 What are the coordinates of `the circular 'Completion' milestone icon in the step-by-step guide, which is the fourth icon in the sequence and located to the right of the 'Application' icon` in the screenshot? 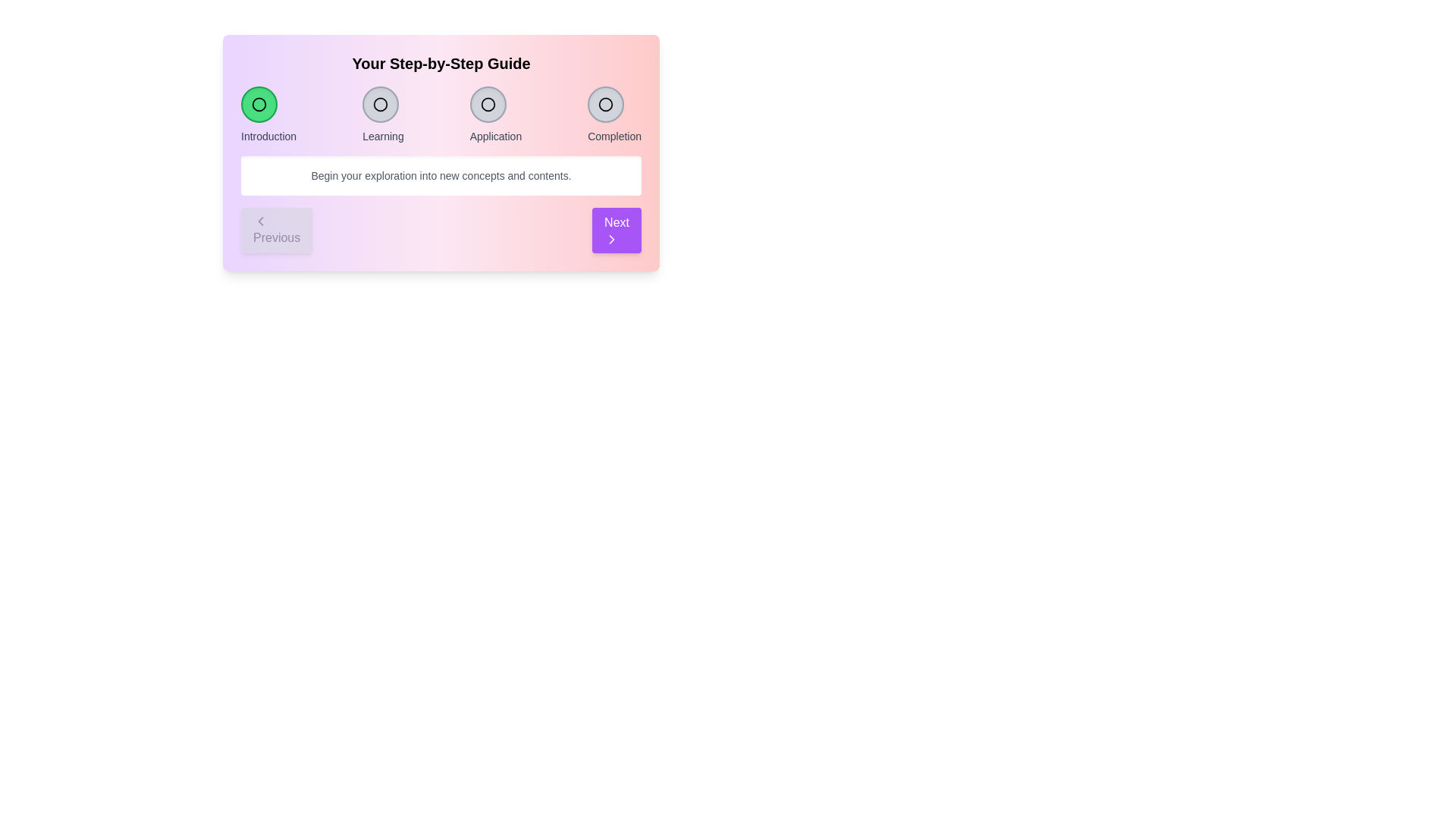 It's located at (605, 104).